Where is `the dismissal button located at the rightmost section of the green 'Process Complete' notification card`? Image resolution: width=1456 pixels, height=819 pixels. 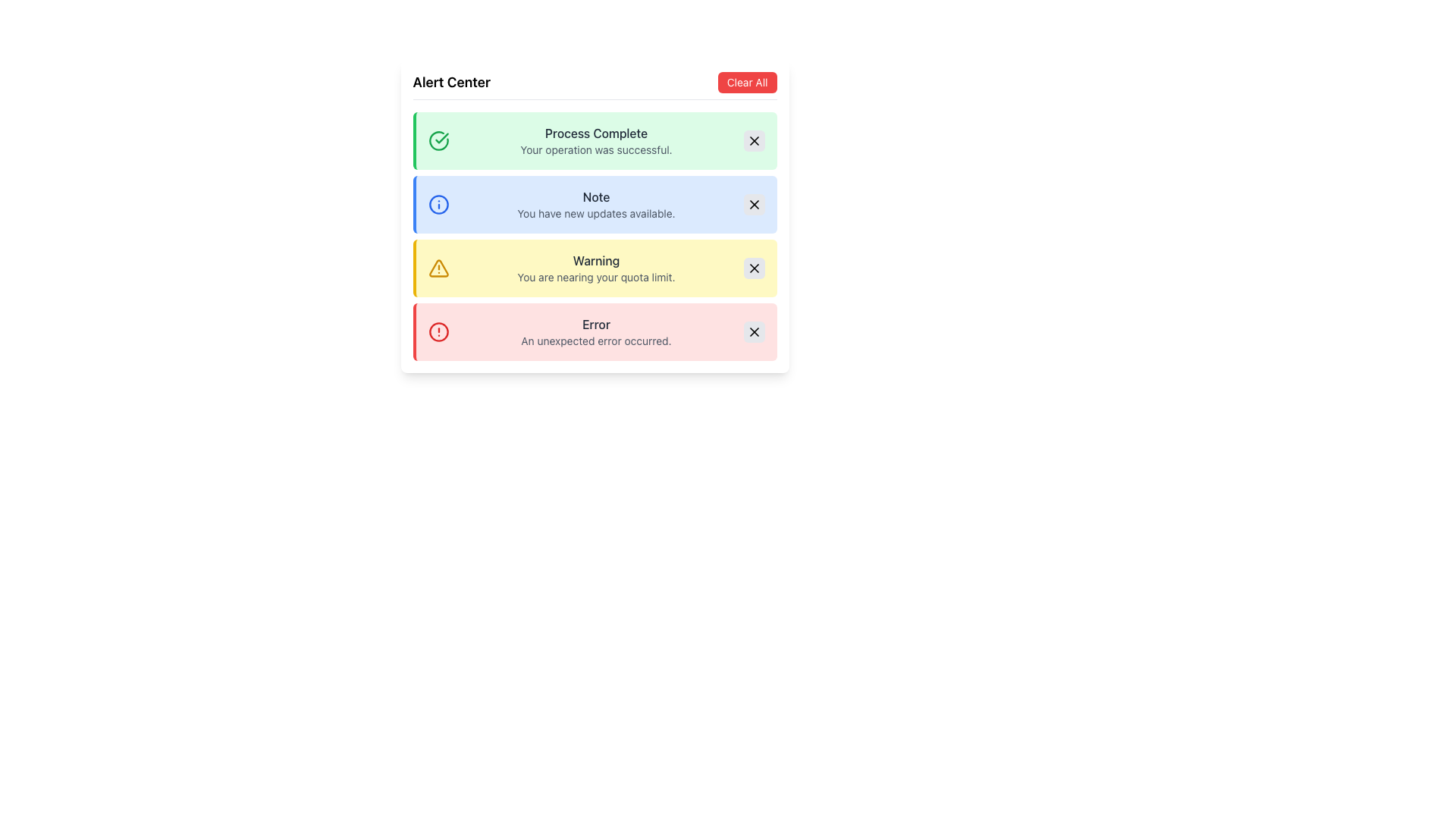 the dismissal button located at the rightmost section of the green 'Process Complete' notification card is located at coordinates (754, 140).